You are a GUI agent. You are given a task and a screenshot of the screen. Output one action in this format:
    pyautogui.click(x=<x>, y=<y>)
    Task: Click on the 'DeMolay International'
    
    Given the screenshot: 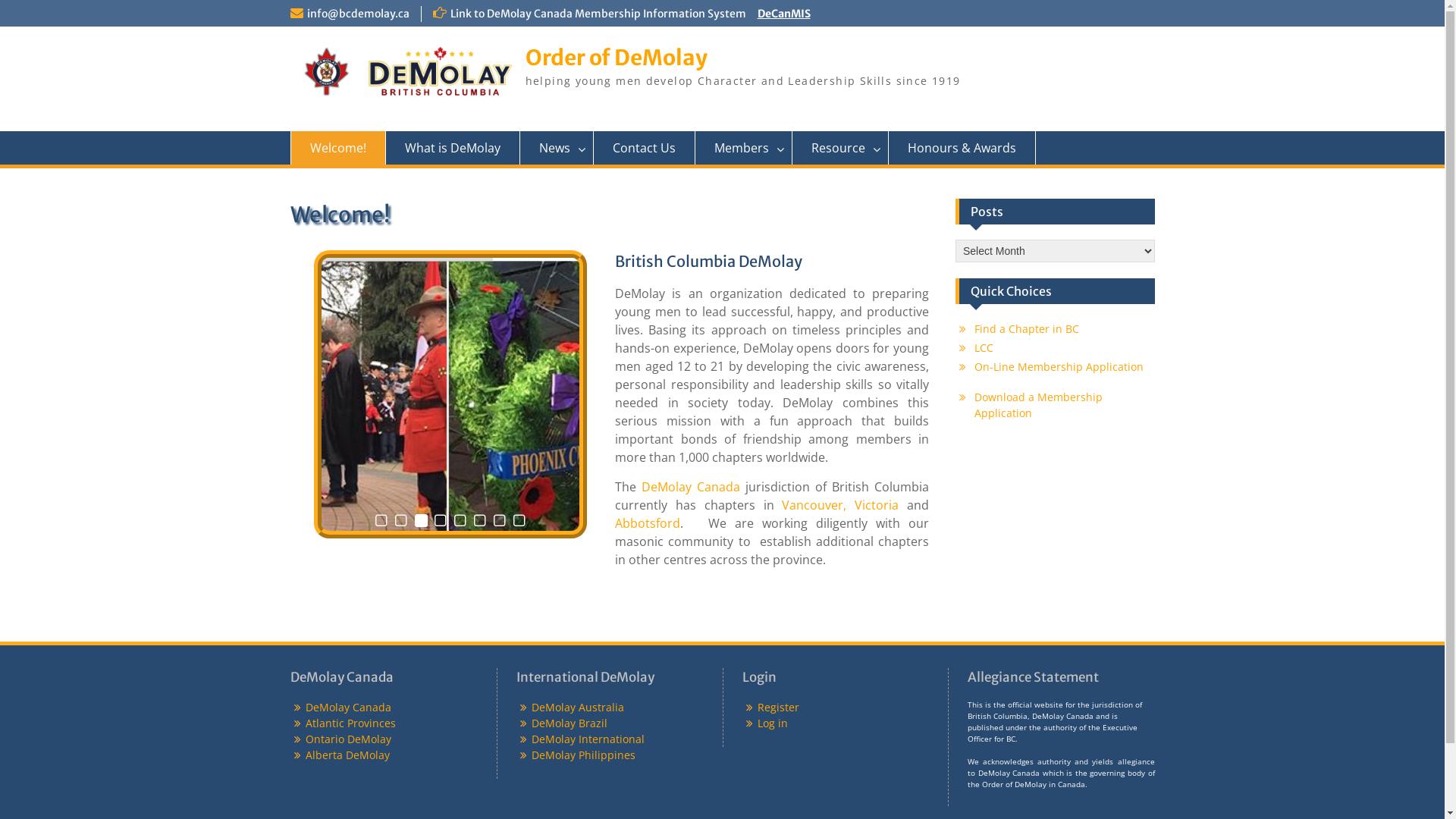 What is the action you would take?
    pyautogui.click(x=587, y=738)
    